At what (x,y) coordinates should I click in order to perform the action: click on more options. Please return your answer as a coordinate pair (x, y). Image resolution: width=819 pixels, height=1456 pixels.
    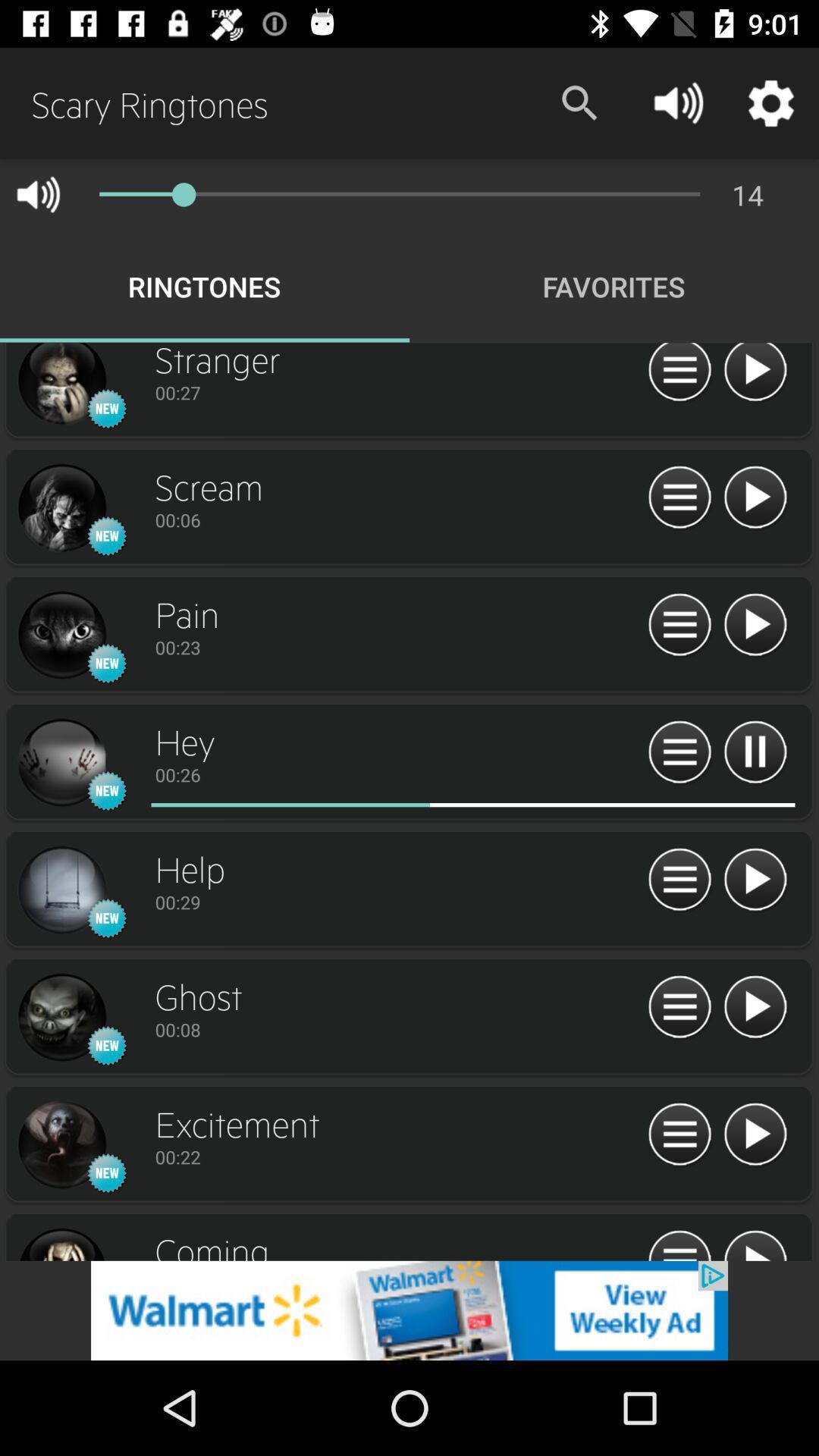
    Looking at the image, I should click on (679, 498).